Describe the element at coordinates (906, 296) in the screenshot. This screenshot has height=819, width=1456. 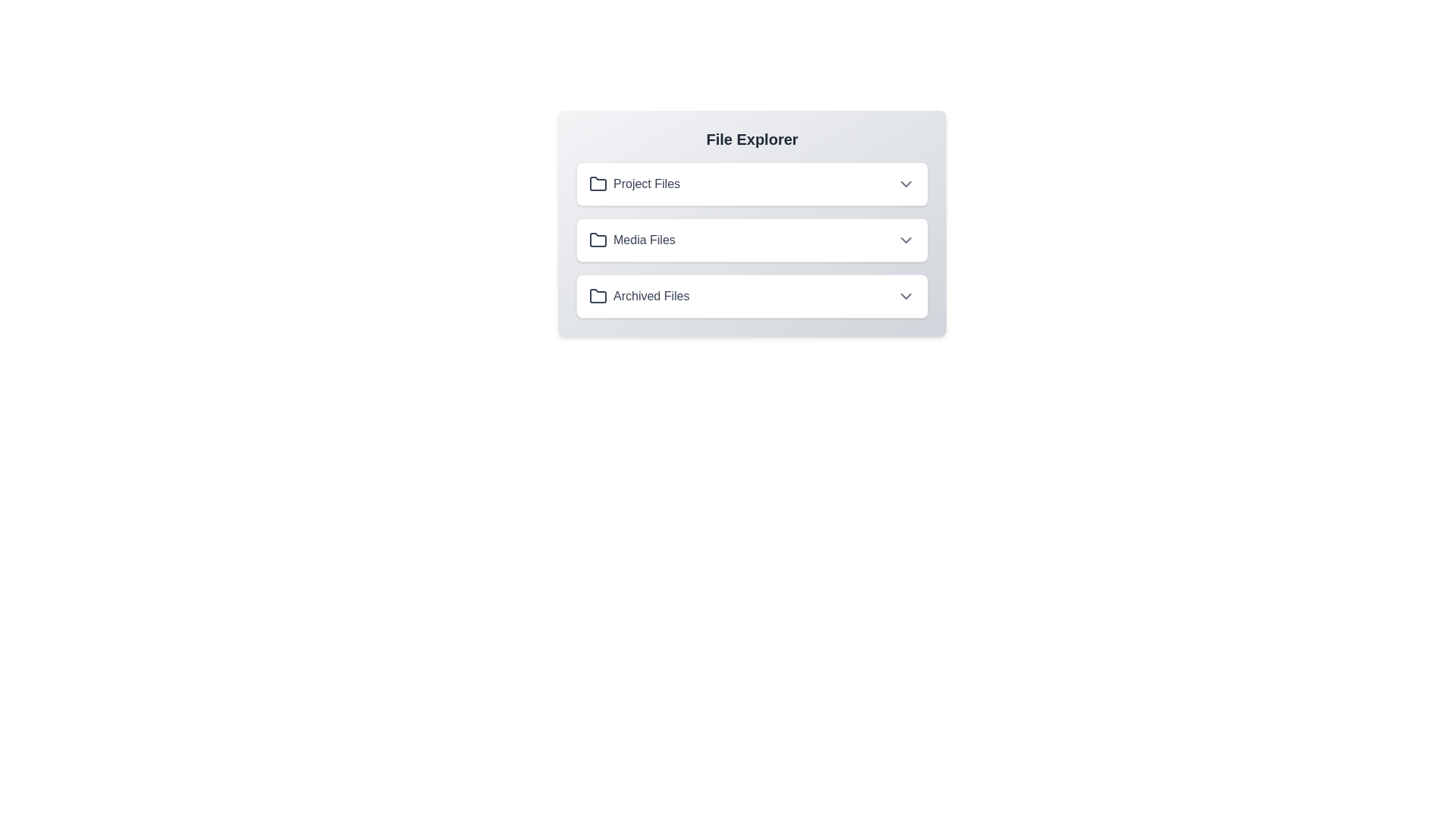
I see `the toggle button for the folder named Archived Files` at that location.